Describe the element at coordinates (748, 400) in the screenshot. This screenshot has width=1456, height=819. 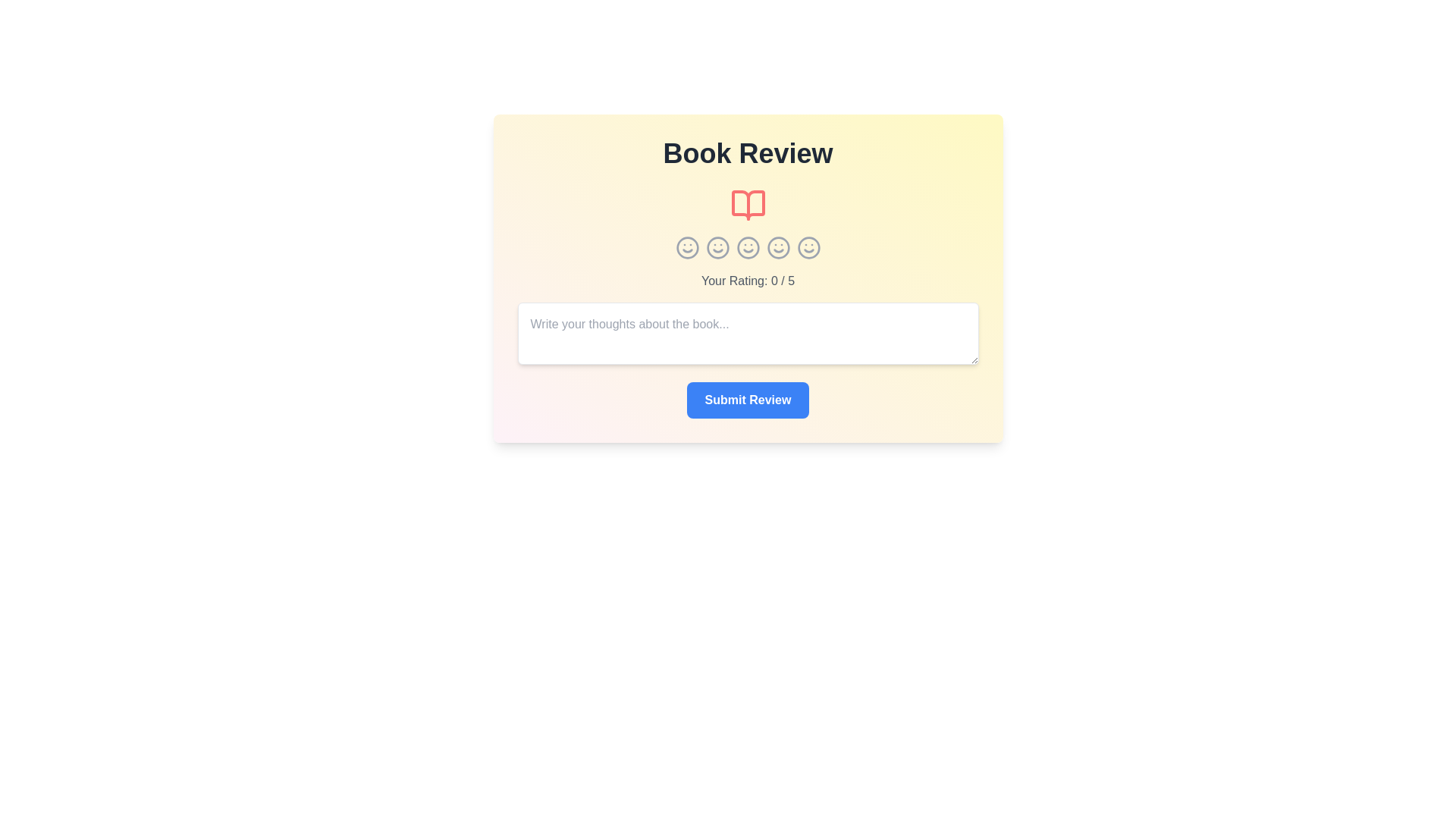
I see `the 'Submit Review' button to submit the review` at that location.